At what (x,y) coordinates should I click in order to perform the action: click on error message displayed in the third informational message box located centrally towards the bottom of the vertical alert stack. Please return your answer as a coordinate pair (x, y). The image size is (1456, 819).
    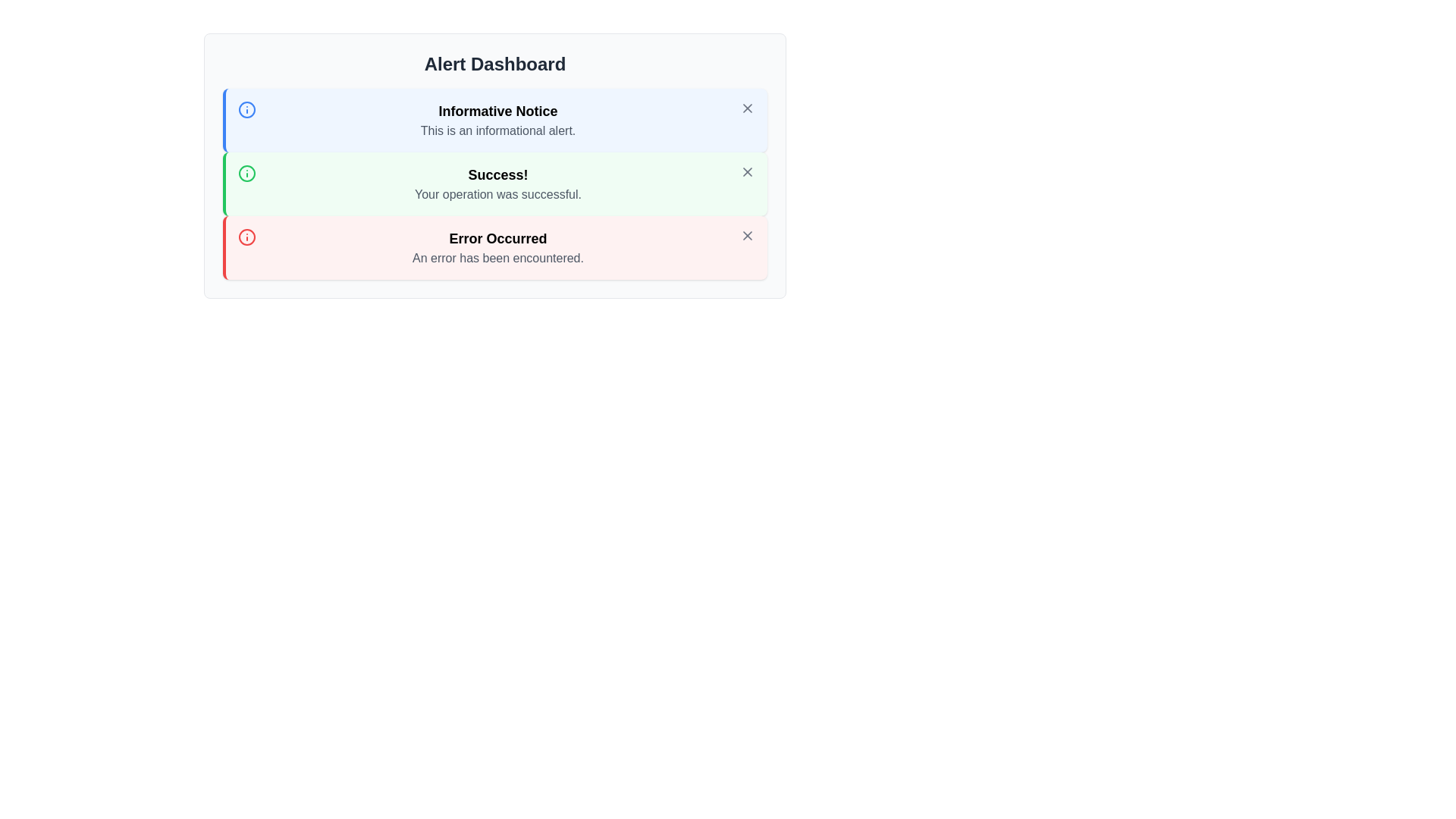
    Looking at the image, I should click on (498, 247).